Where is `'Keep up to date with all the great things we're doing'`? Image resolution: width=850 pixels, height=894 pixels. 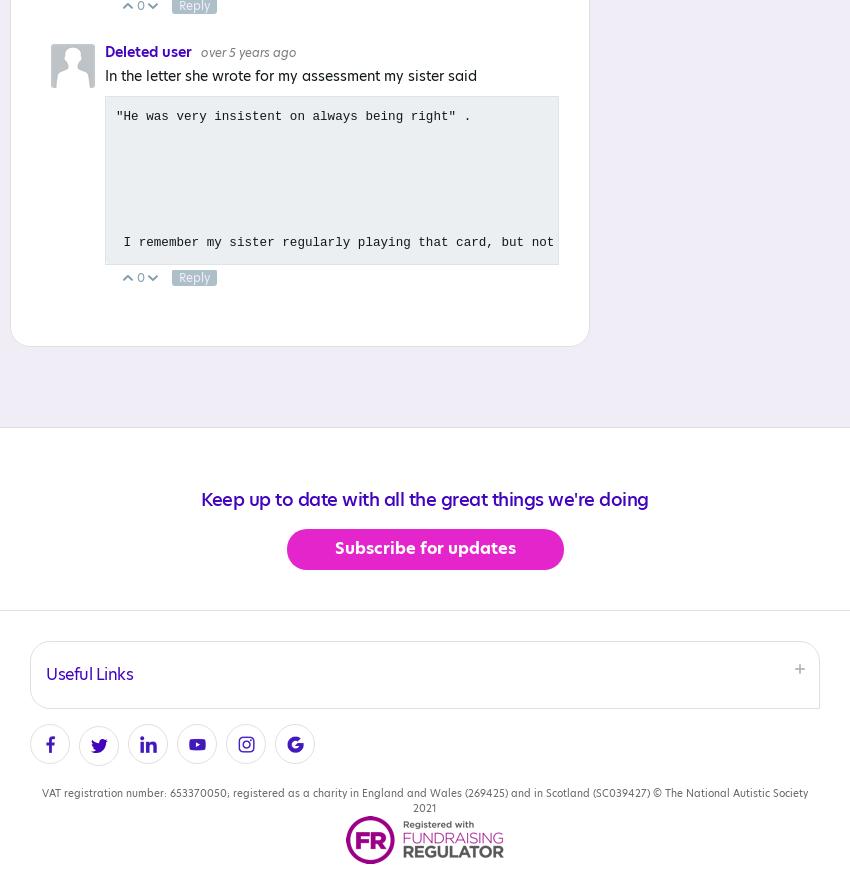
'Keep up to date with all the great things we're doing' is located at coordinates (424, 500).